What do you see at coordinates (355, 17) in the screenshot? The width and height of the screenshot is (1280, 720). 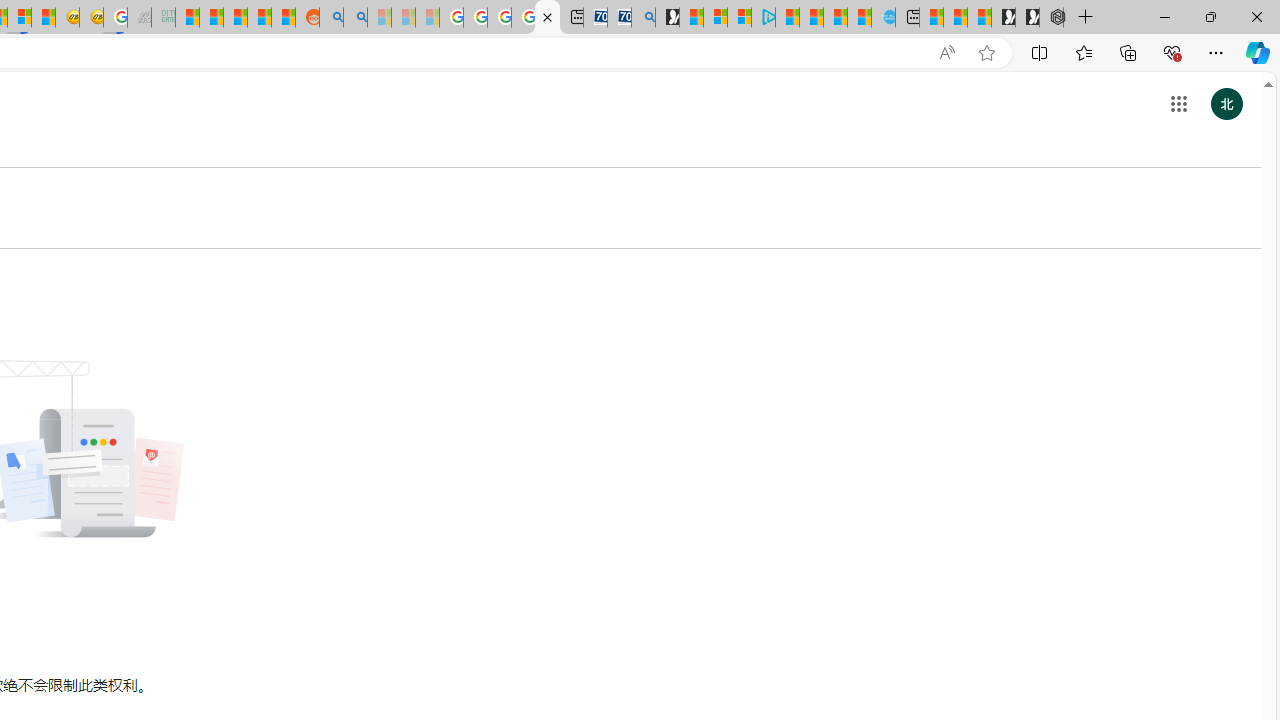 I see `'Utah sues federal government - Search'` at bounding box center [355, 17].